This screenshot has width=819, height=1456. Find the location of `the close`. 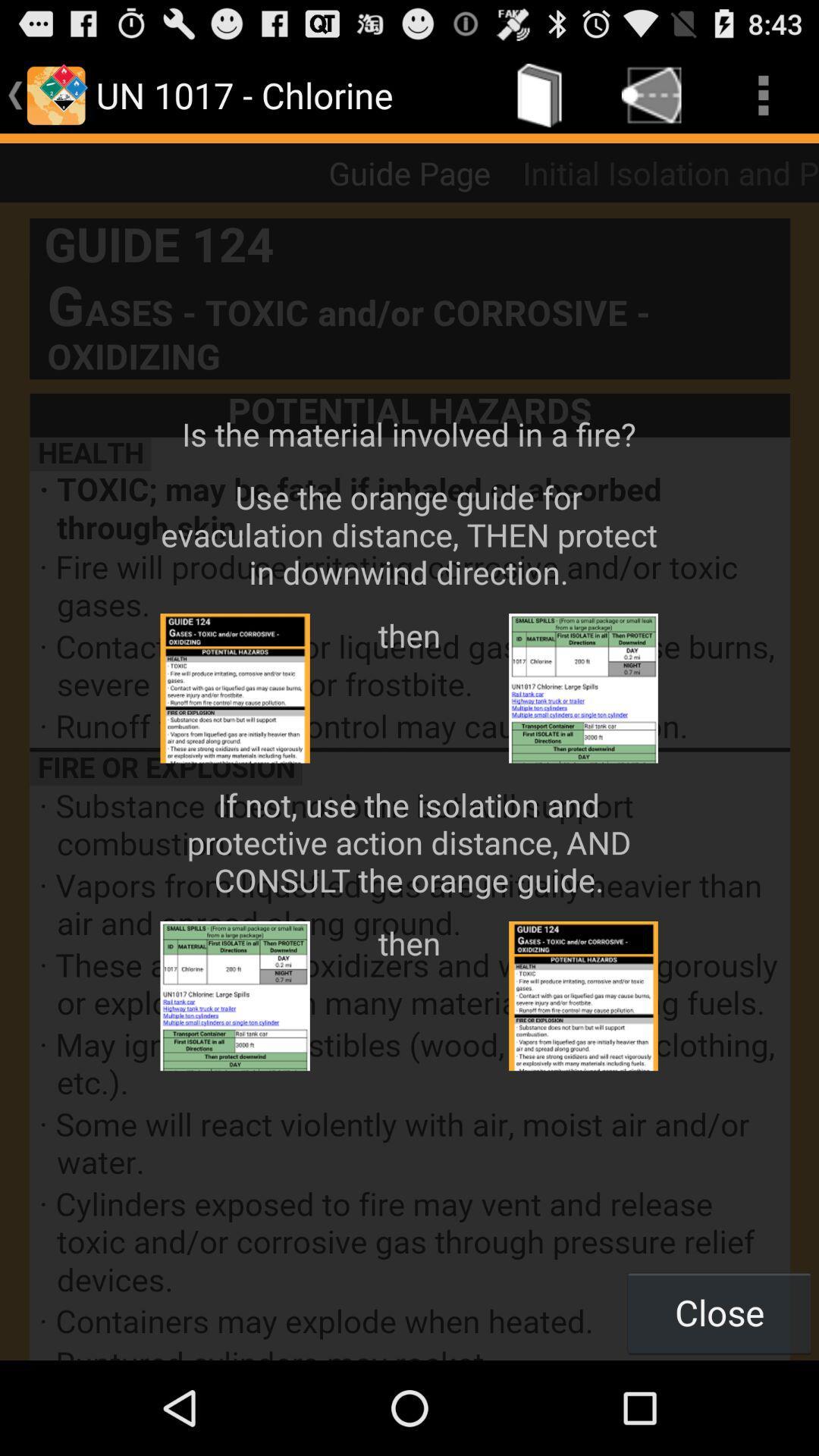

the close is located at coordinates (718, 1312).